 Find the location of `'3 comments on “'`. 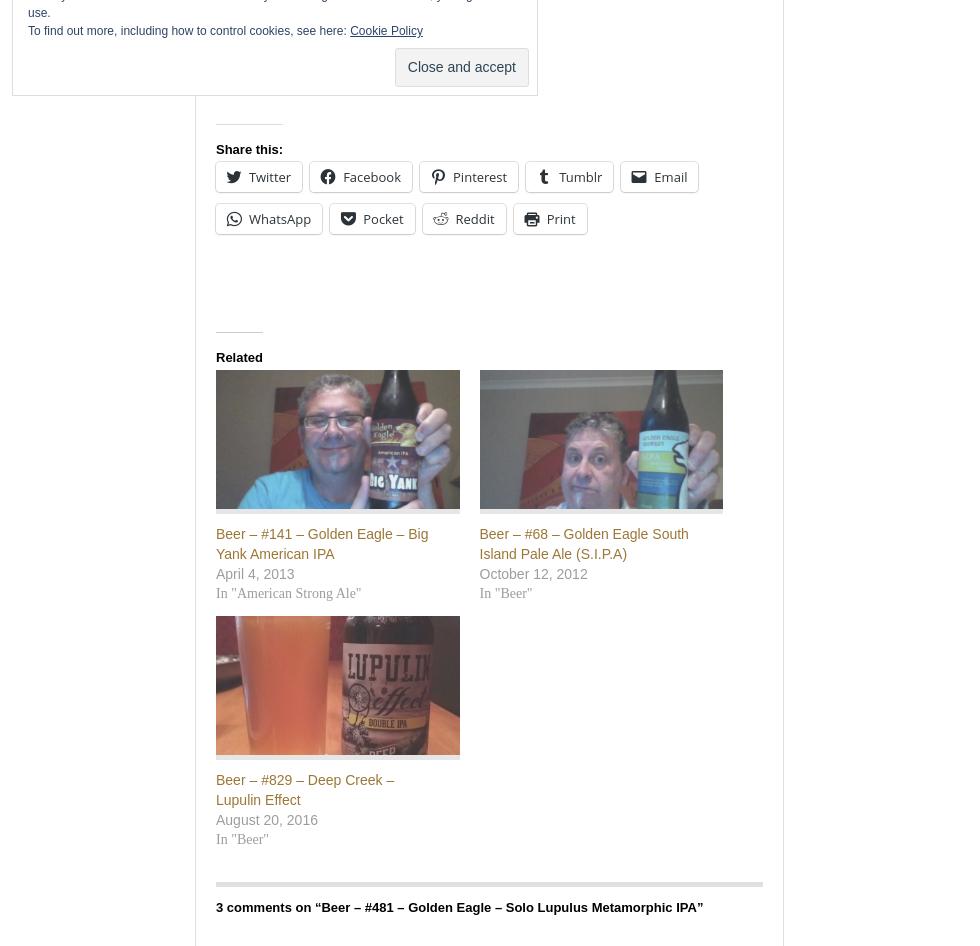

'3 comments on “' is located at coordinates (268, 906).